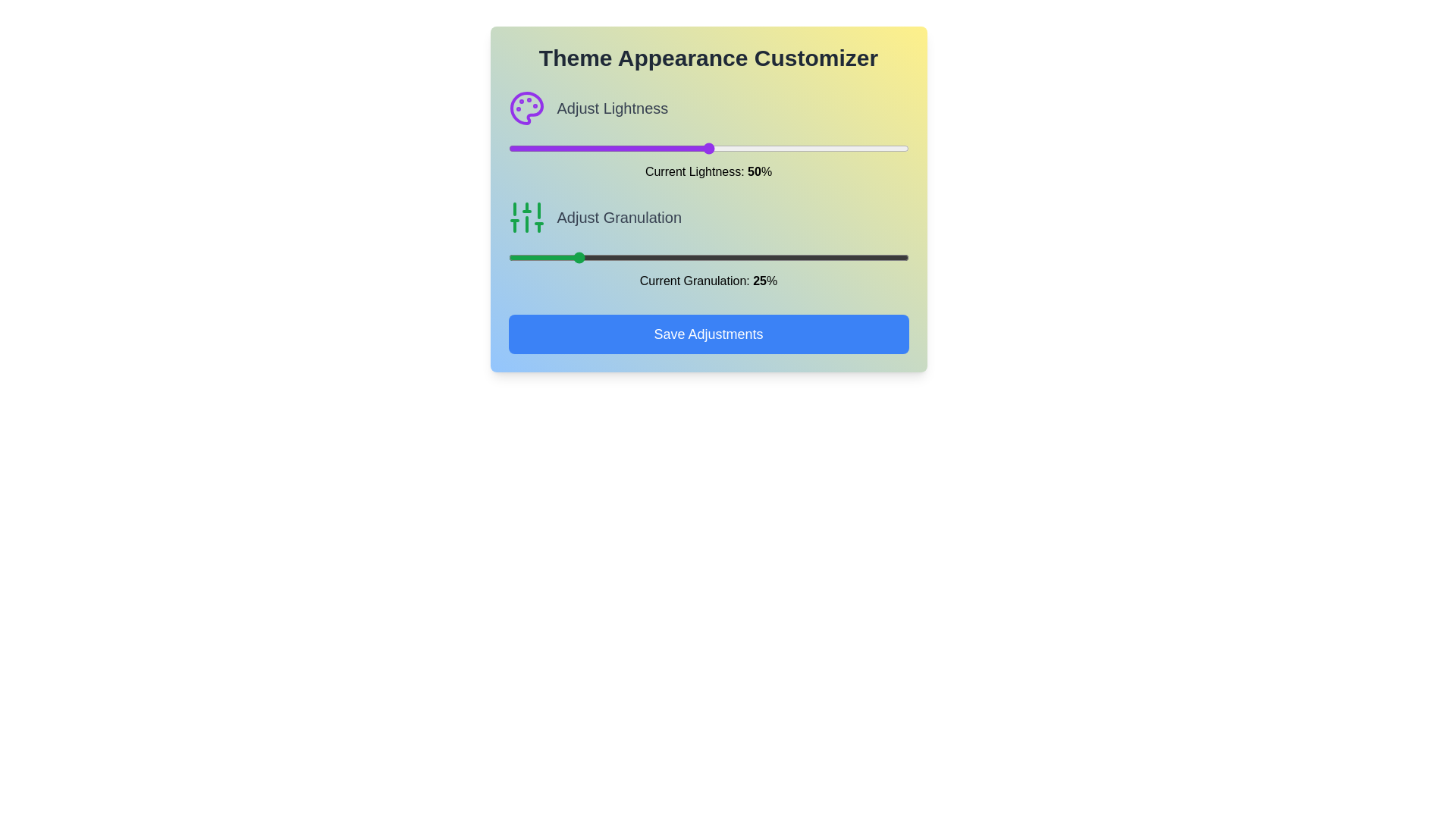 The width and height of the screenshot is (1456, 819). What do you see at coordinates (552, 256) in the screenshot?
I see `the granulation slider to 20%` at bounding box center [552, 256].